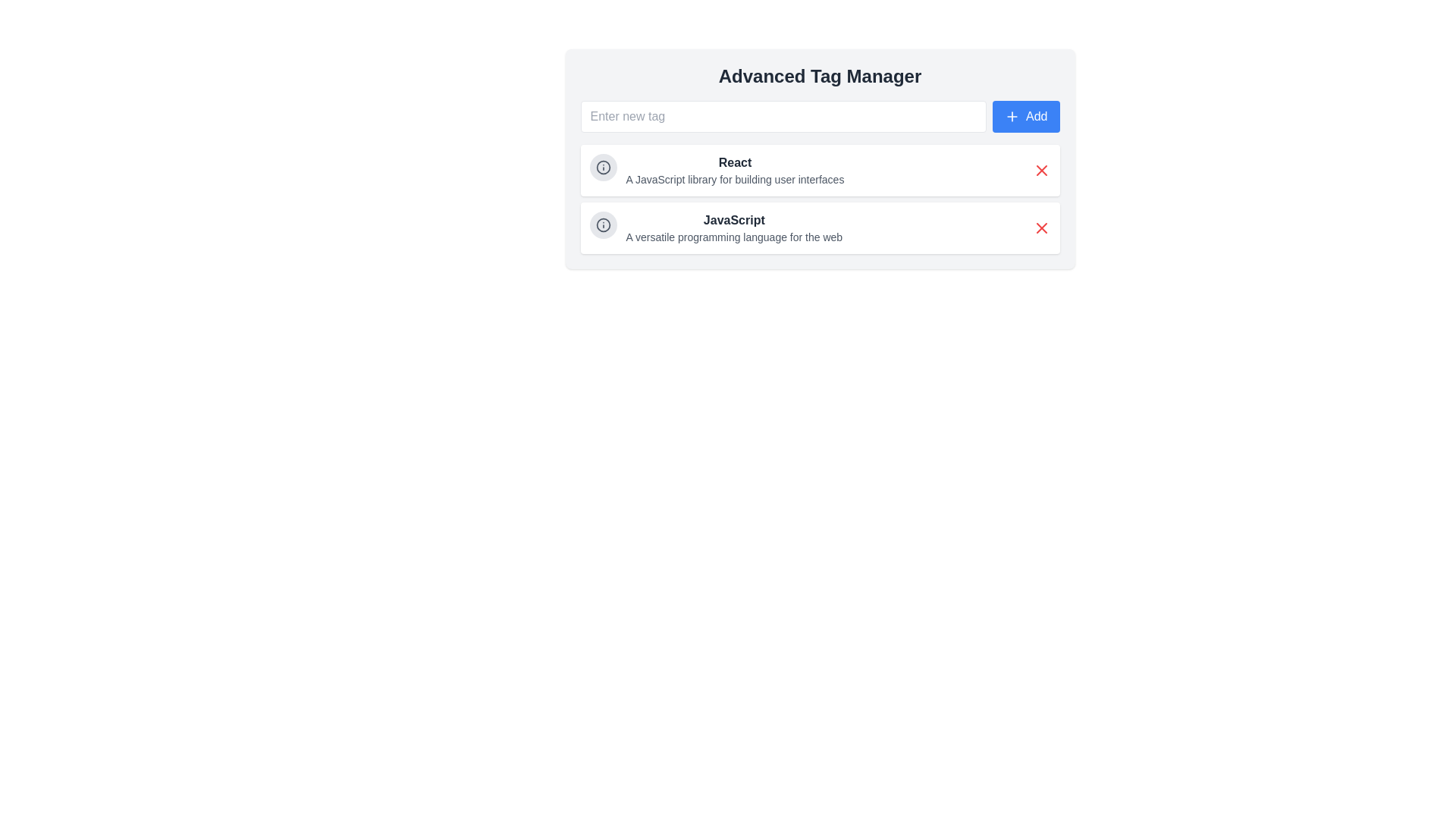 The height and width of the screenshot is (819, 1456). What do you see at coordinates (602, 225) in the screenshot?
I see `the outer boundary circle of the icon located on the left side within the 'JavaScript' row in the tag manager interface for further interaction` at bounding box center [602, 225].